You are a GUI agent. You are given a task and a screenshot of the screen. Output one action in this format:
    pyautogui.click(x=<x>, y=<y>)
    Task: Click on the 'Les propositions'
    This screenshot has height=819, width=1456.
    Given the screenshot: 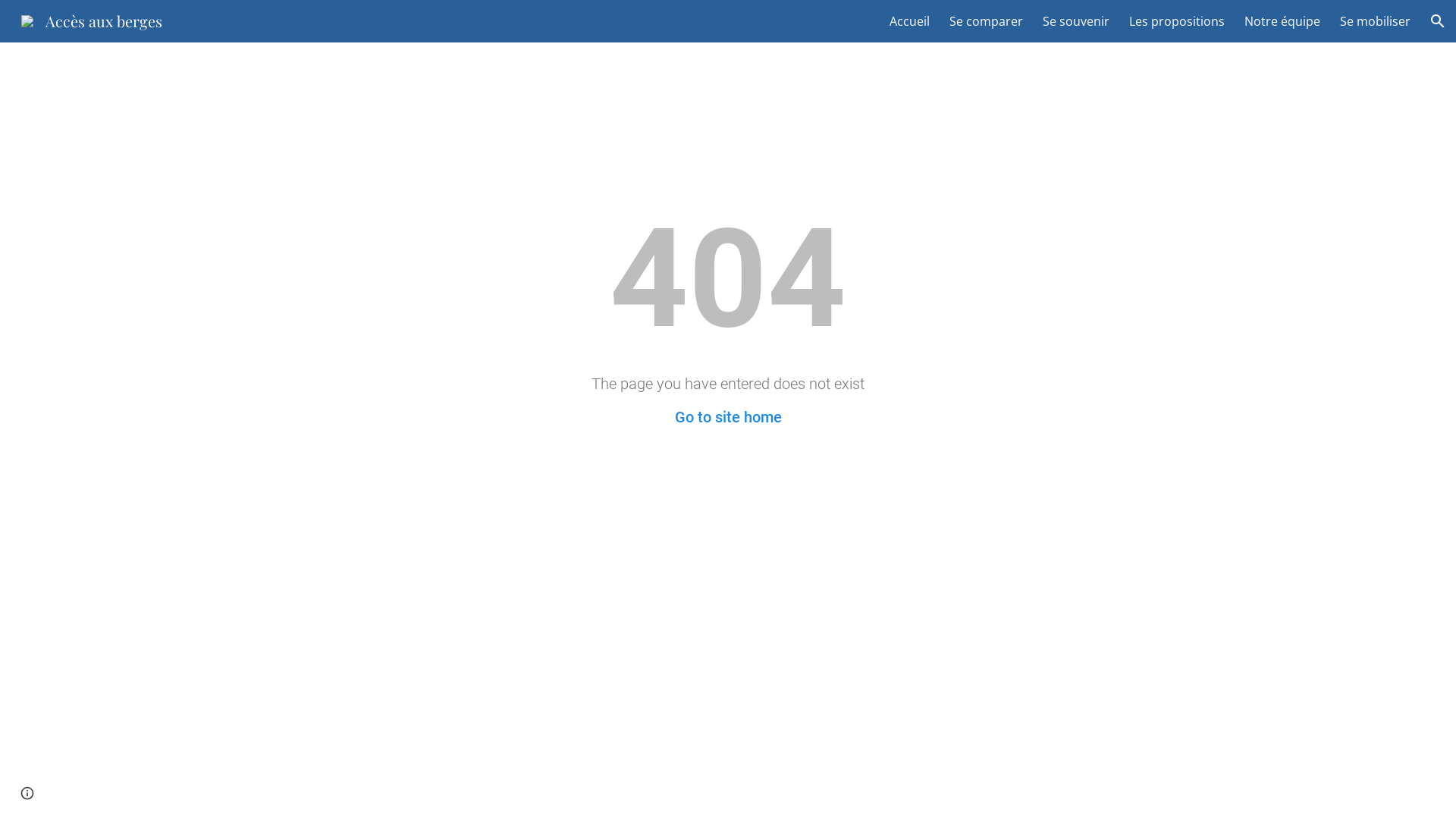 What is the action you would take?
    pyautogui.click(x=1175, y=20)
    